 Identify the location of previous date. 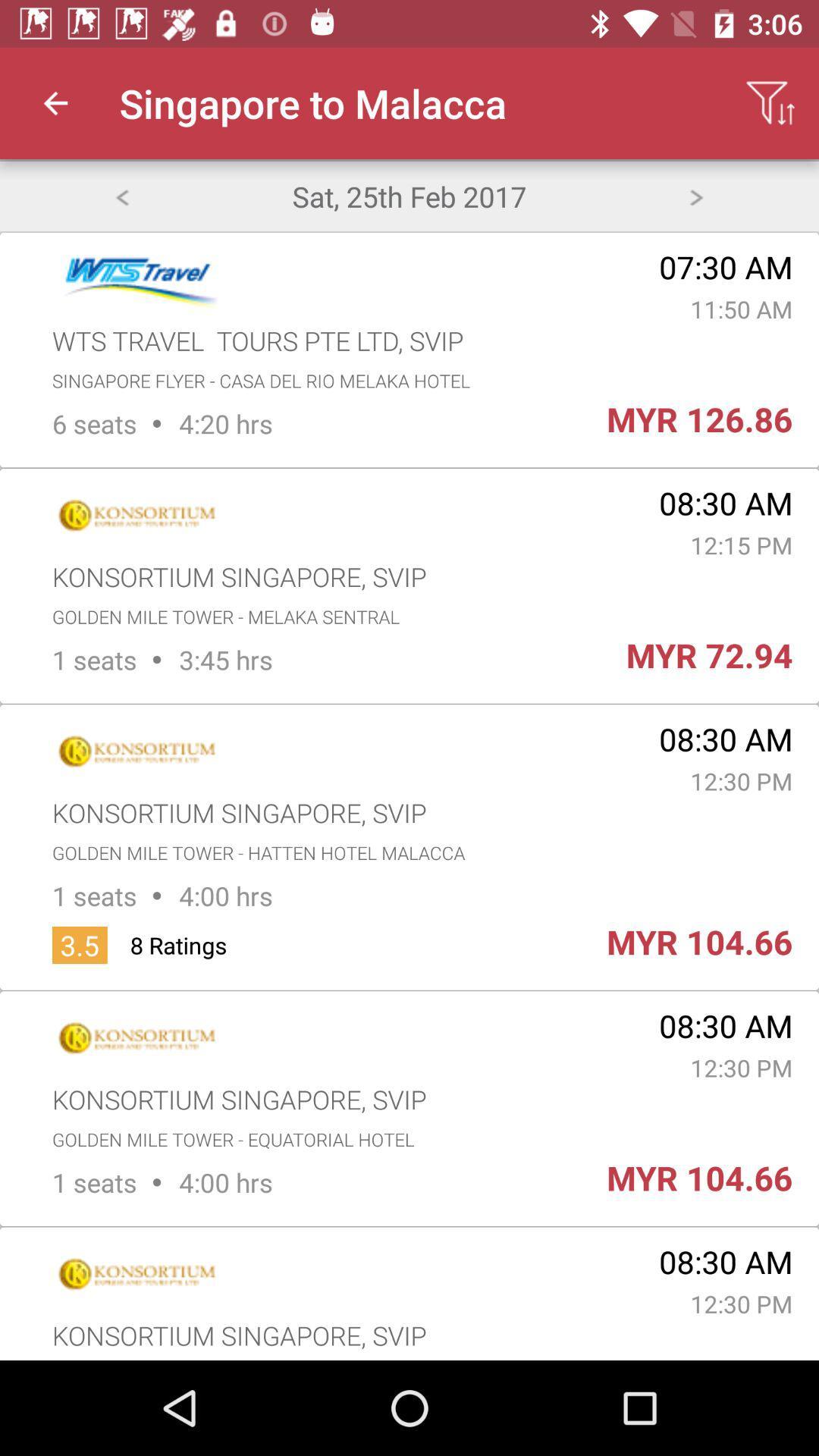
(121, 195).